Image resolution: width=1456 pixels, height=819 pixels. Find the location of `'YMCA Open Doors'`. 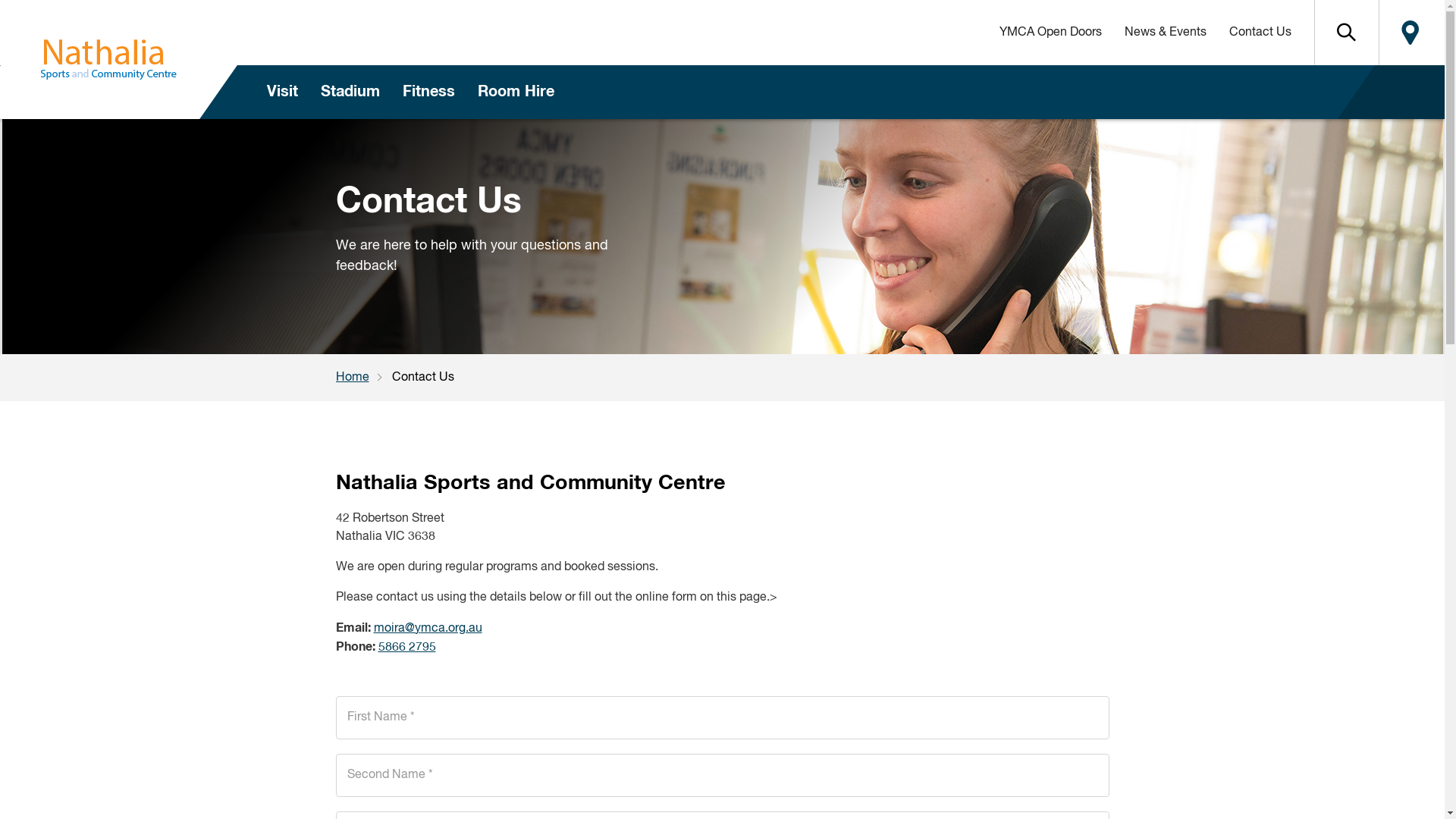

'YMCA Open Doors' is located at coordinates (987, 32).